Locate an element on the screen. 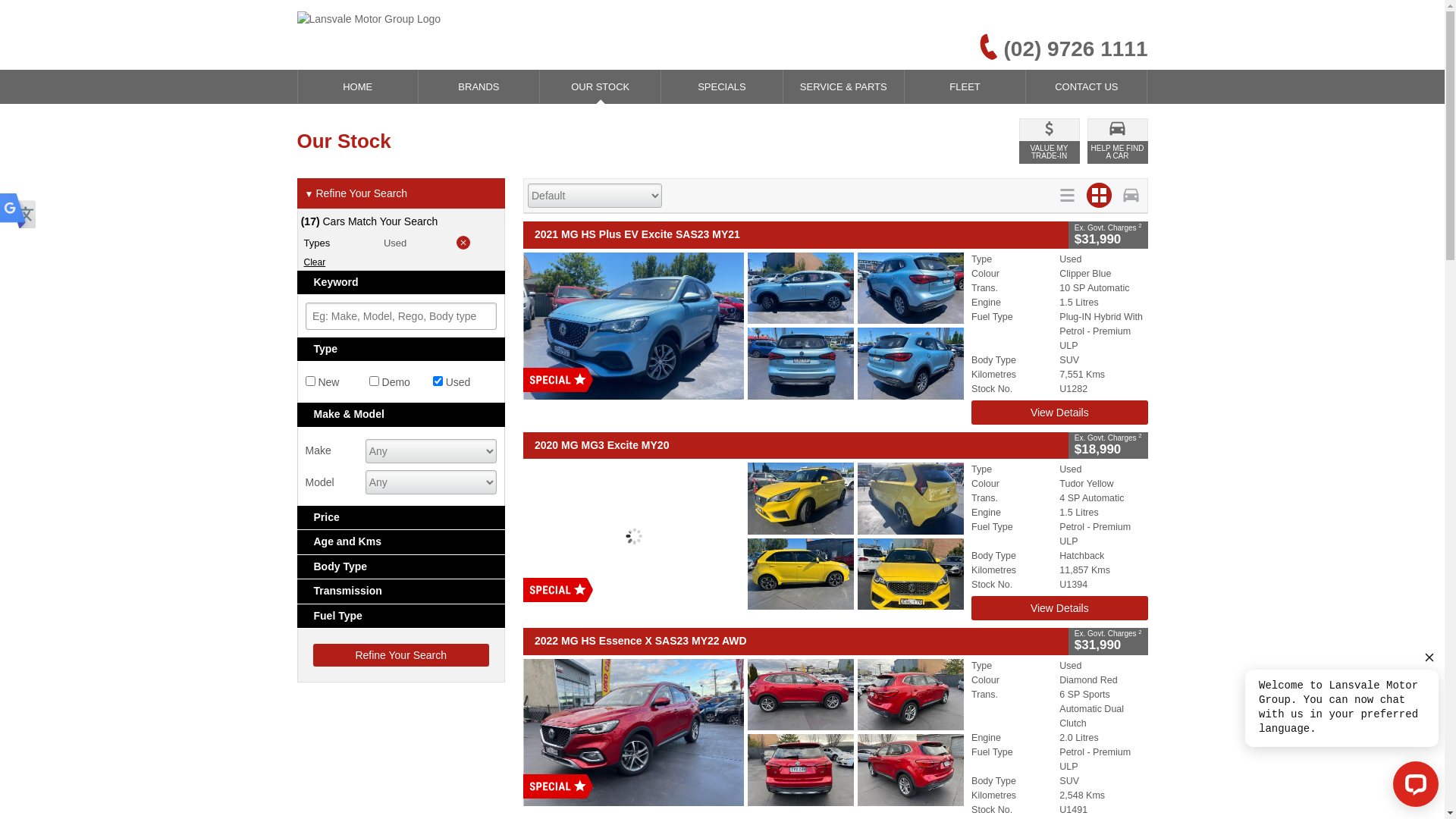  'HOME' is located at coordinates (297, 86).